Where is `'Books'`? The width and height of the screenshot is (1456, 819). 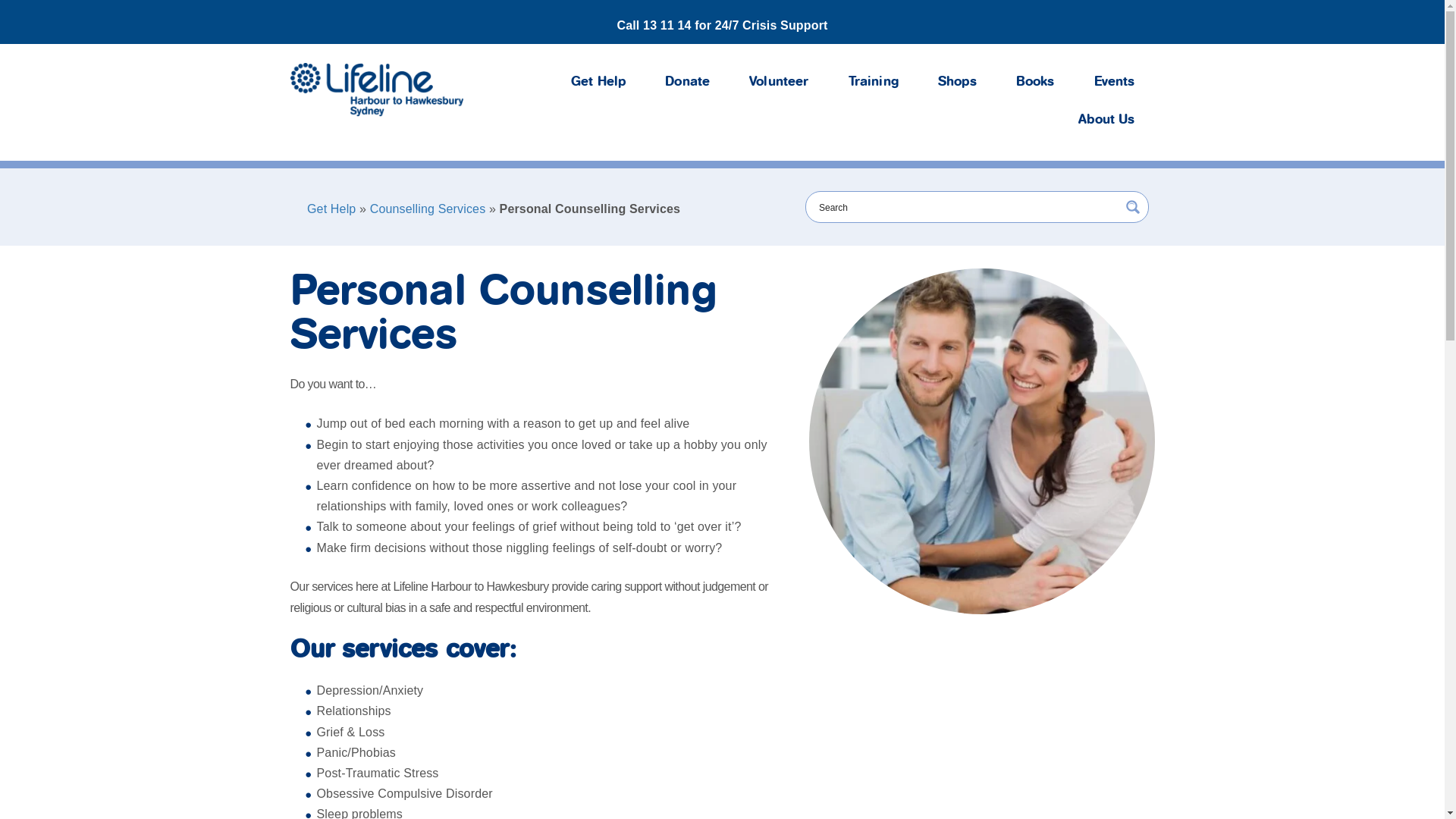
'Books' is located at coordinates (1034, 82).